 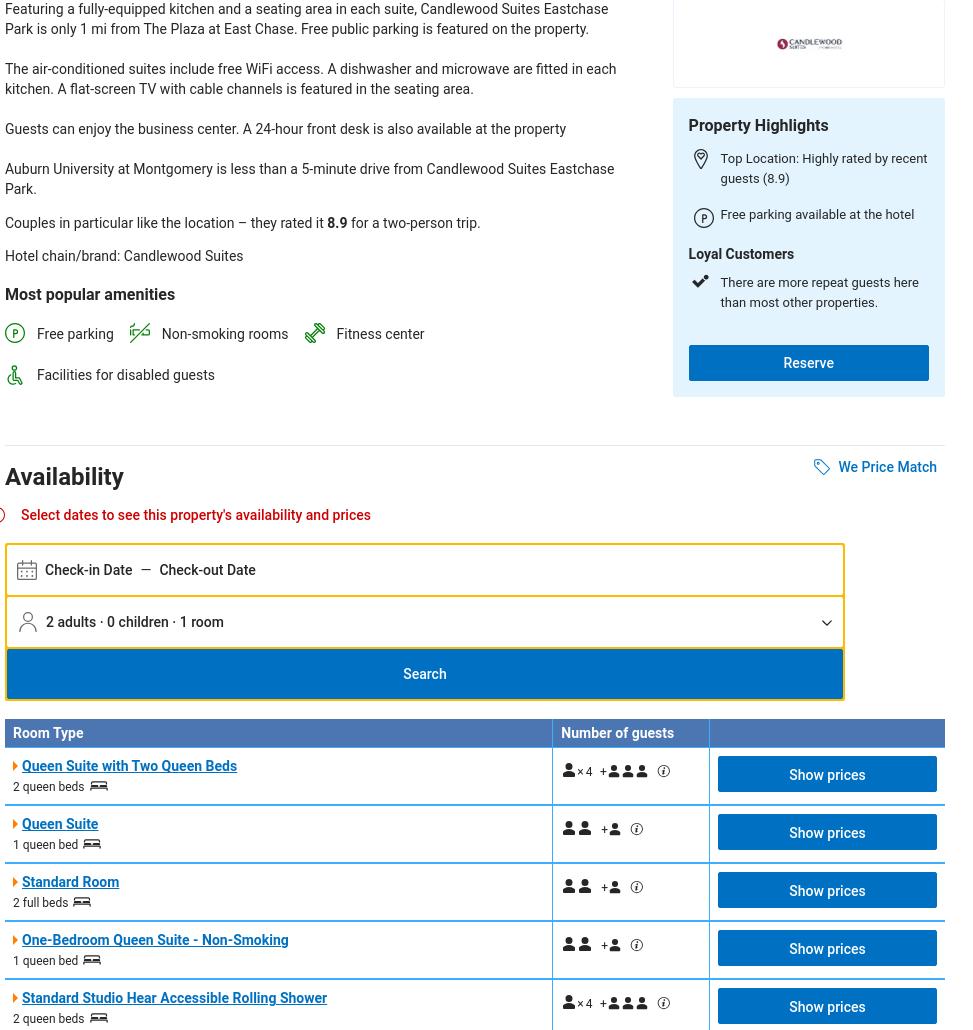 I want to click on 'Number of guests', so click(x=617, y=733).